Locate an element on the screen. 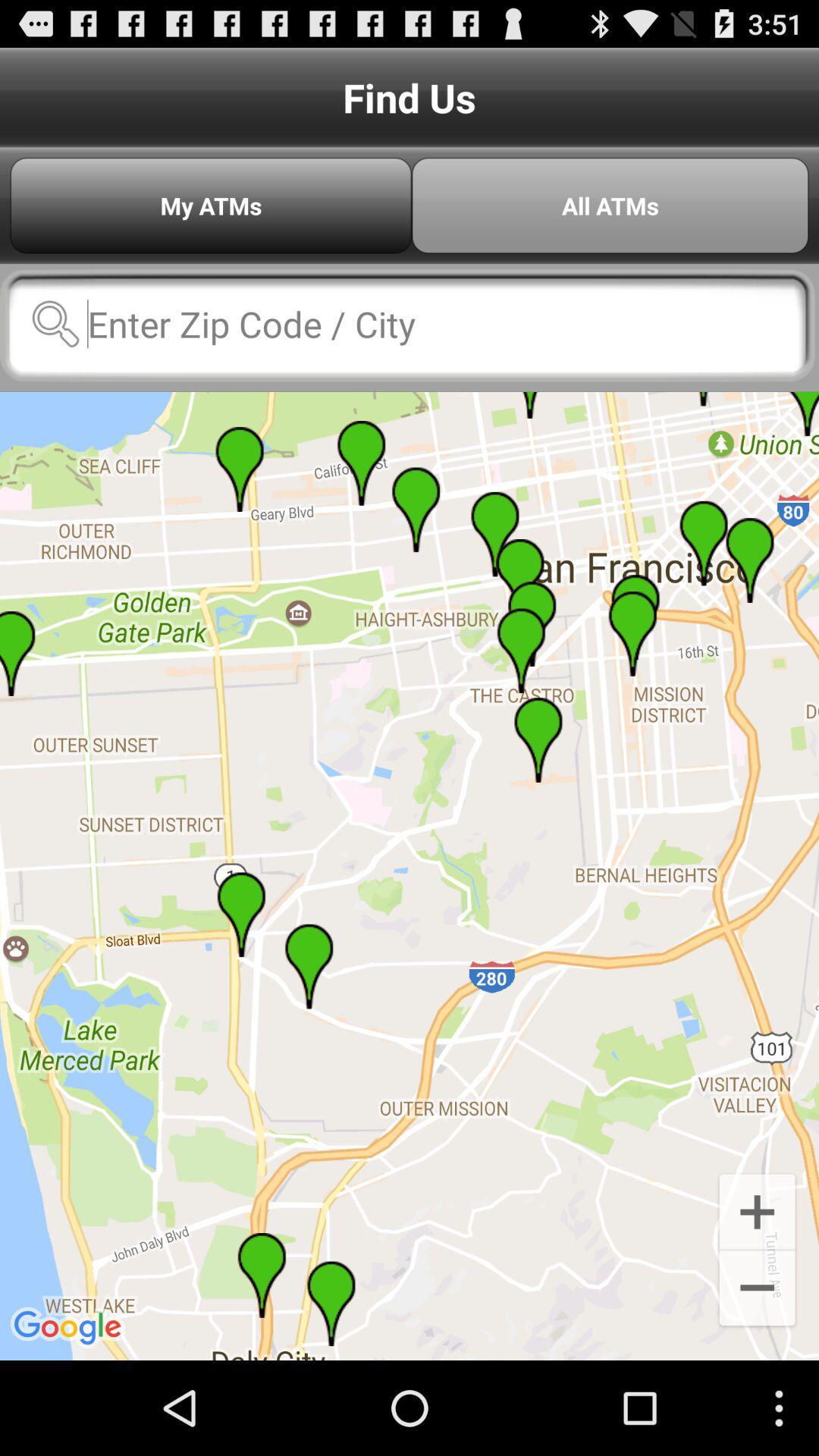 The image size is (819, 1456). zip code or city search box is located at coordinates (407, 323).